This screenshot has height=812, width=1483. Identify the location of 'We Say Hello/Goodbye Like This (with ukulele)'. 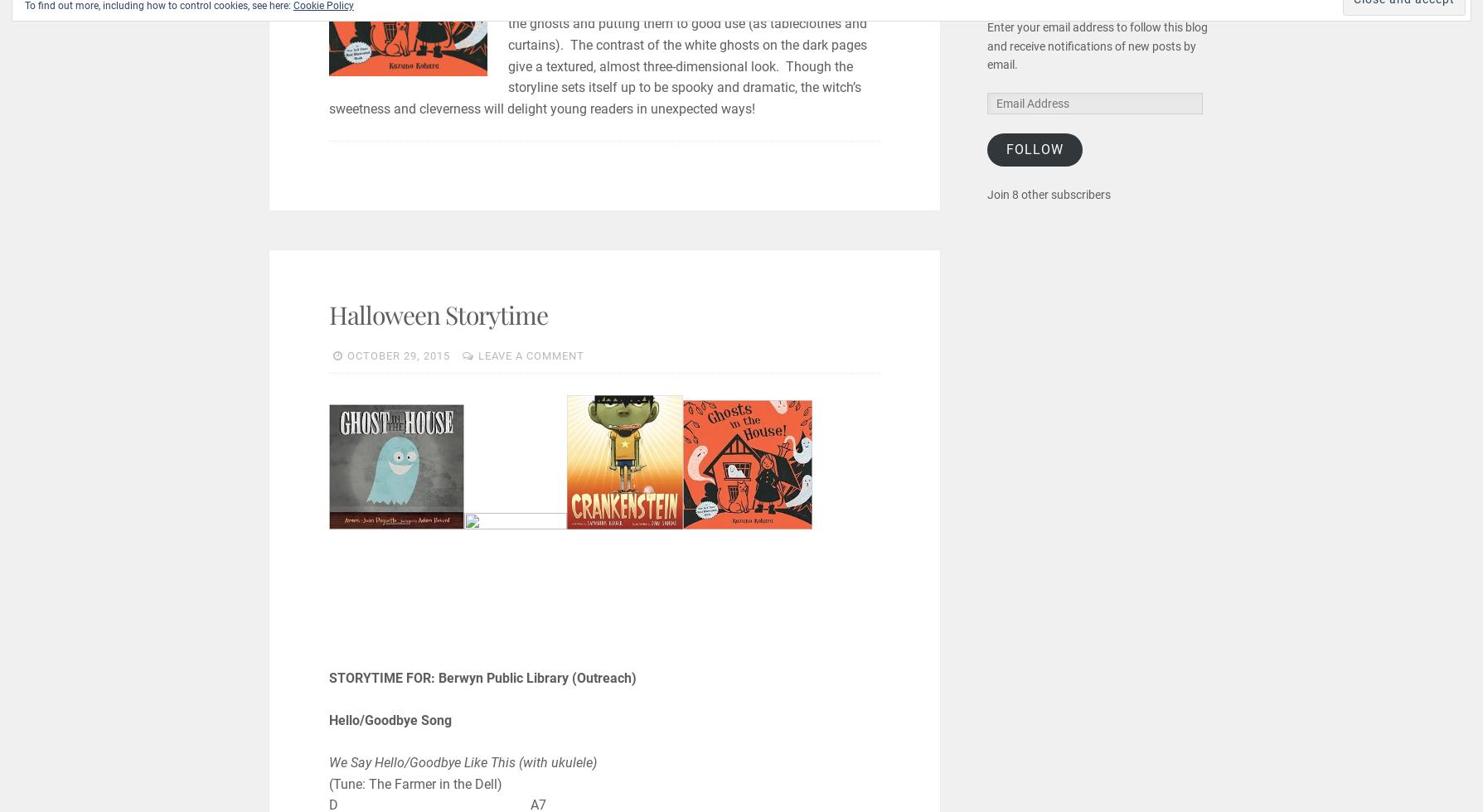
(327, 762).